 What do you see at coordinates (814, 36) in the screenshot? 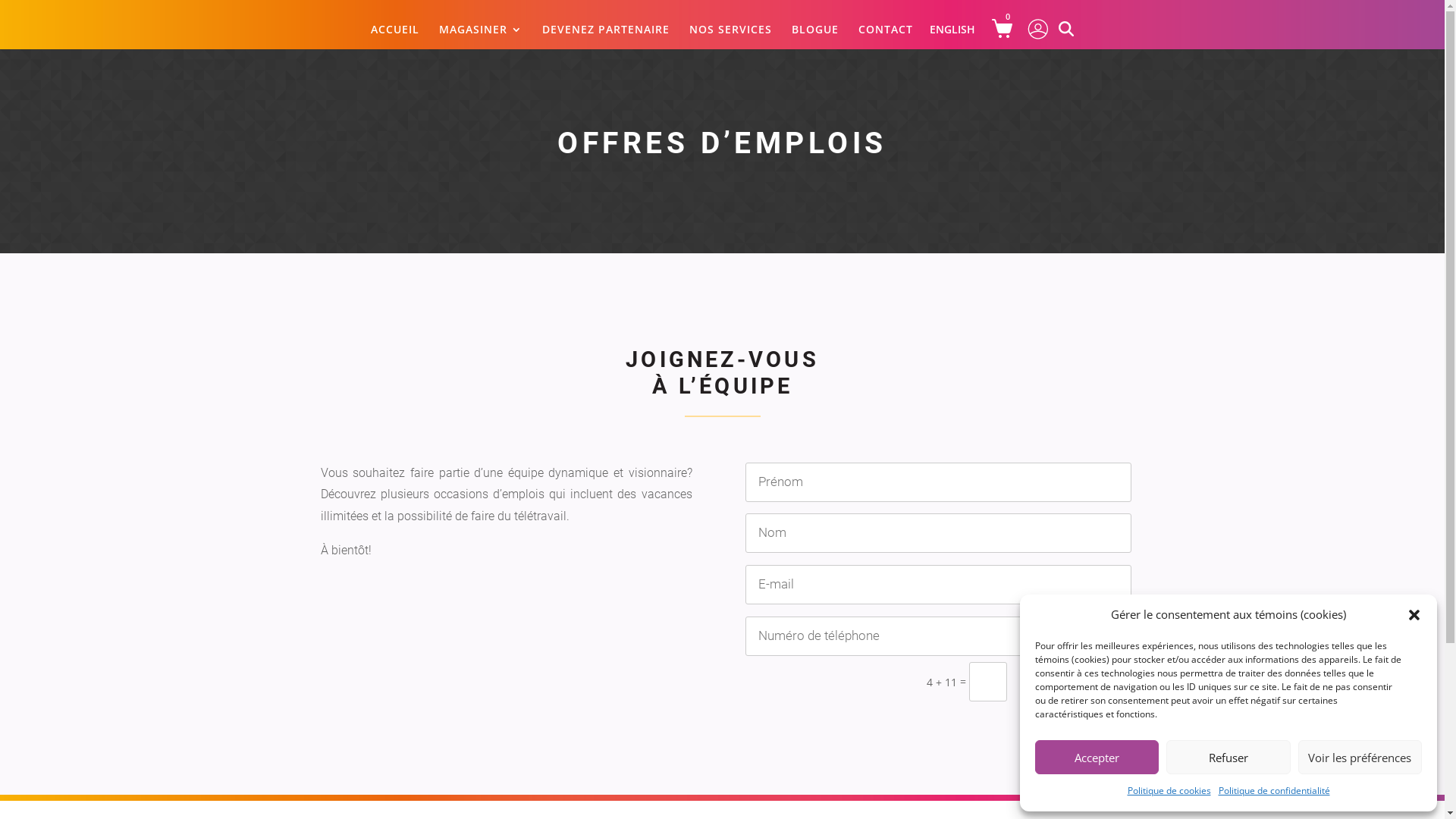
I see `'BLOGUE'` at bounding box center [814, 36].